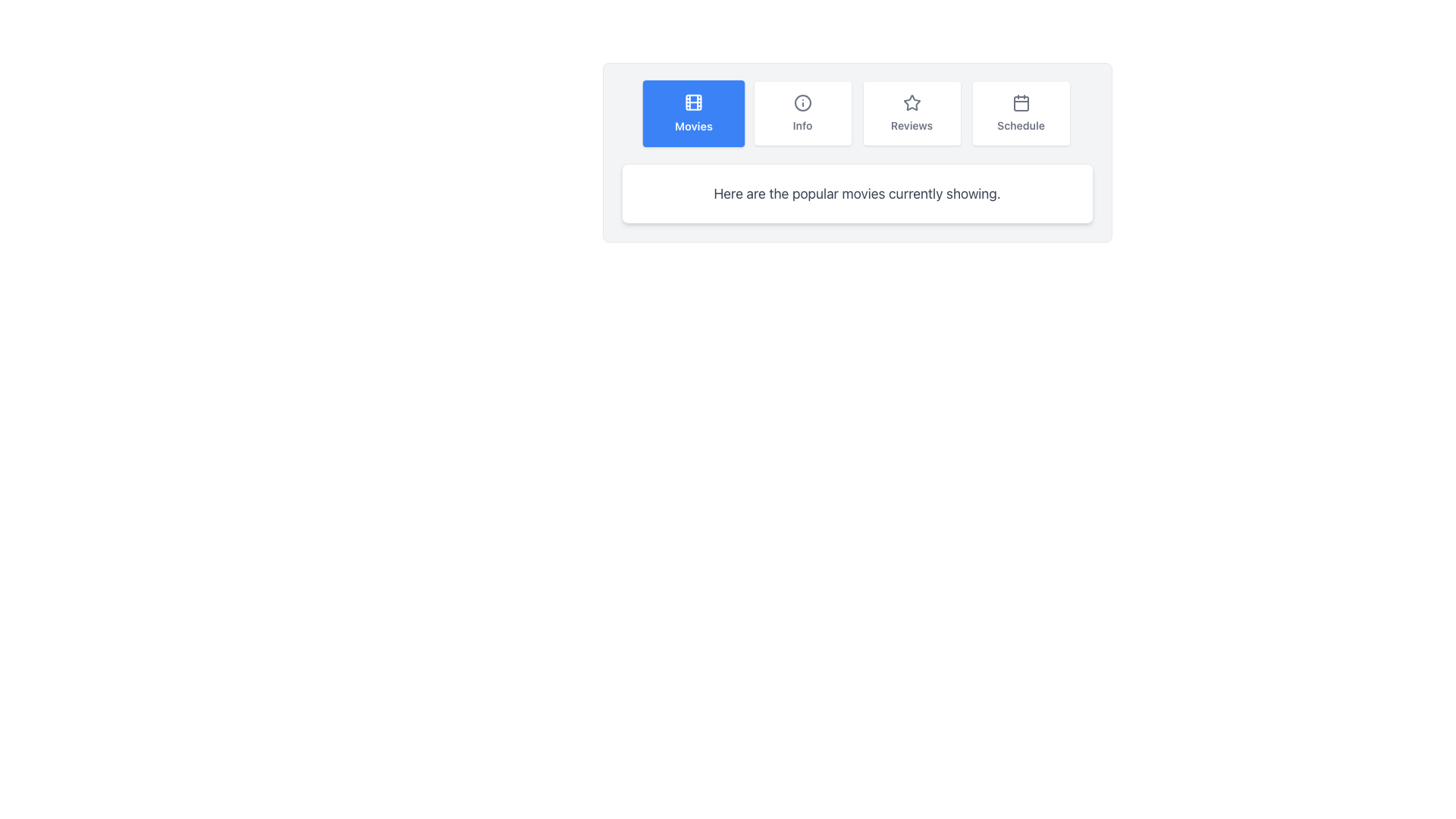 This screenshot has height=819, width=1456. I want to click on the decorative 'Reviews' icon located above the 'Reviews' text in the menu, which is the third option from the left, so click(911, 102).